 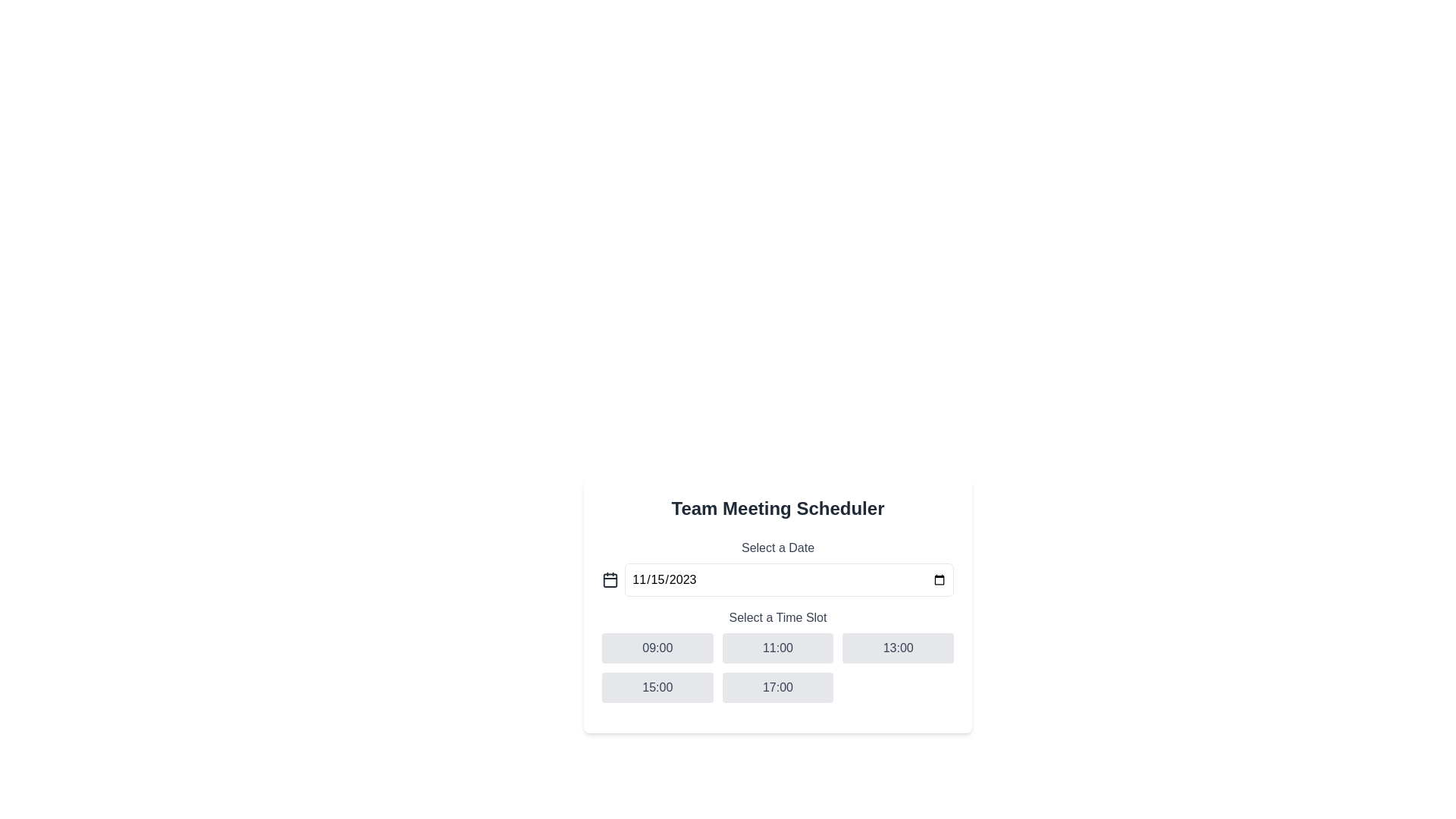 What do you see at coordinates (610, 579) in the screenshot?
I see `the calendar icon located to the left of the date input field to trigger tooltip or highlight effects` at bounding box center [610, 579].